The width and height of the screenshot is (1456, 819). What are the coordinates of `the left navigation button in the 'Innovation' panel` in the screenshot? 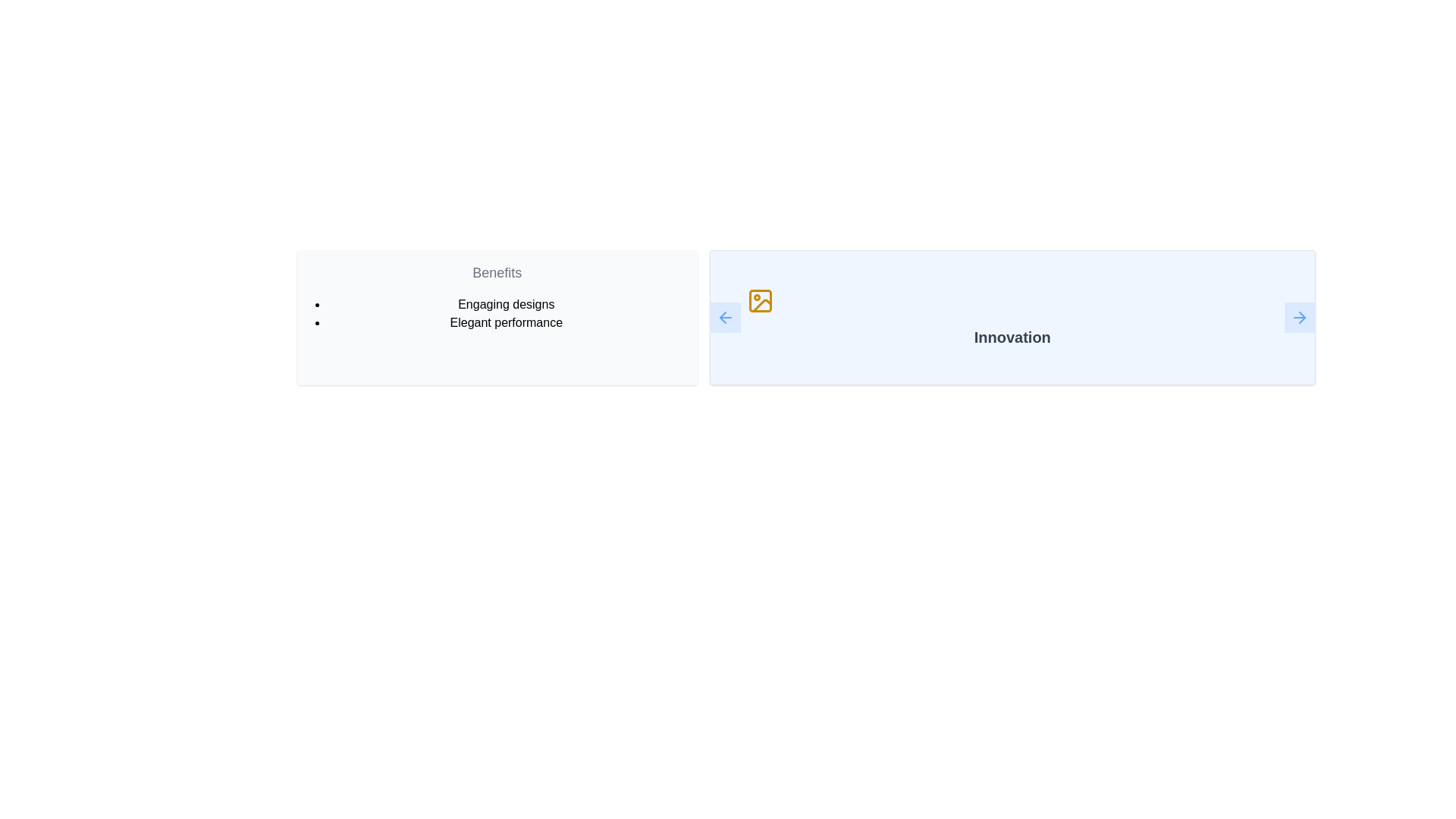 It's located at (724, 317).